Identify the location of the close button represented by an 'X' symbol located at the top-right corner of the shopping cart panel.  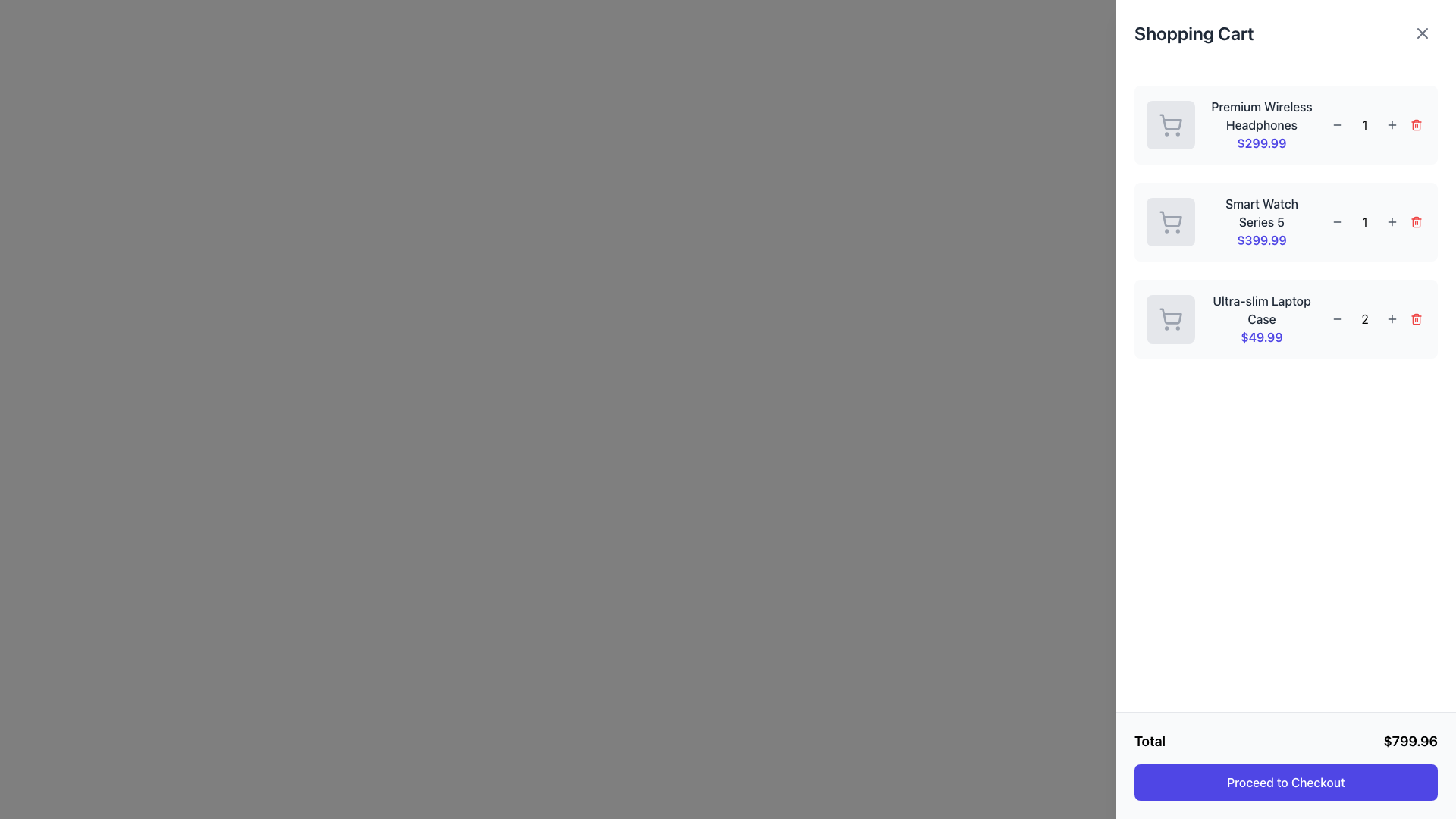
(1422, 33).